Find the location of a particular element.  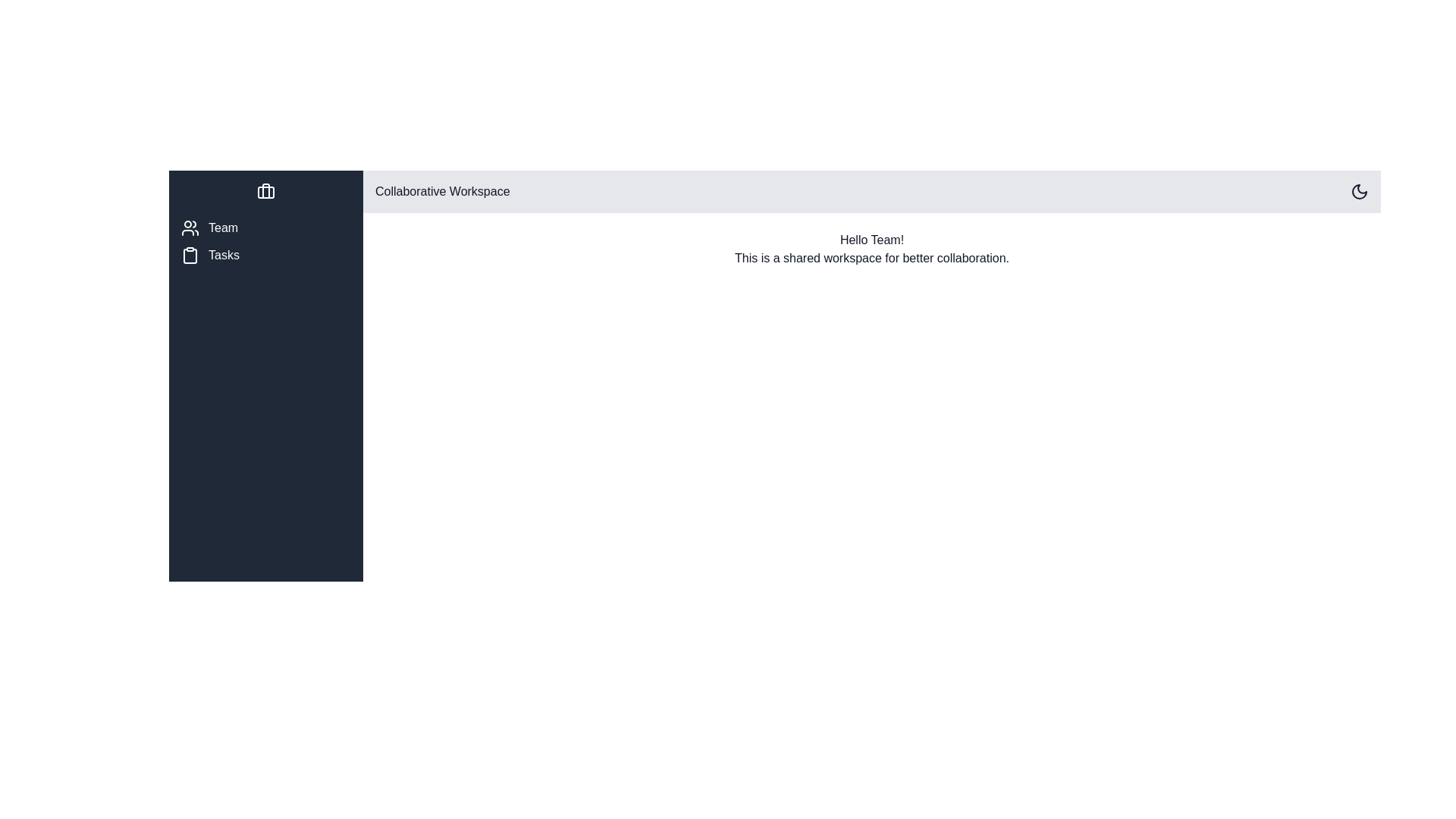

text from the Text Label that serves as the title or identification of the workspace displayed, positioned at the top left of the layout is located at coordinates (441, 191).